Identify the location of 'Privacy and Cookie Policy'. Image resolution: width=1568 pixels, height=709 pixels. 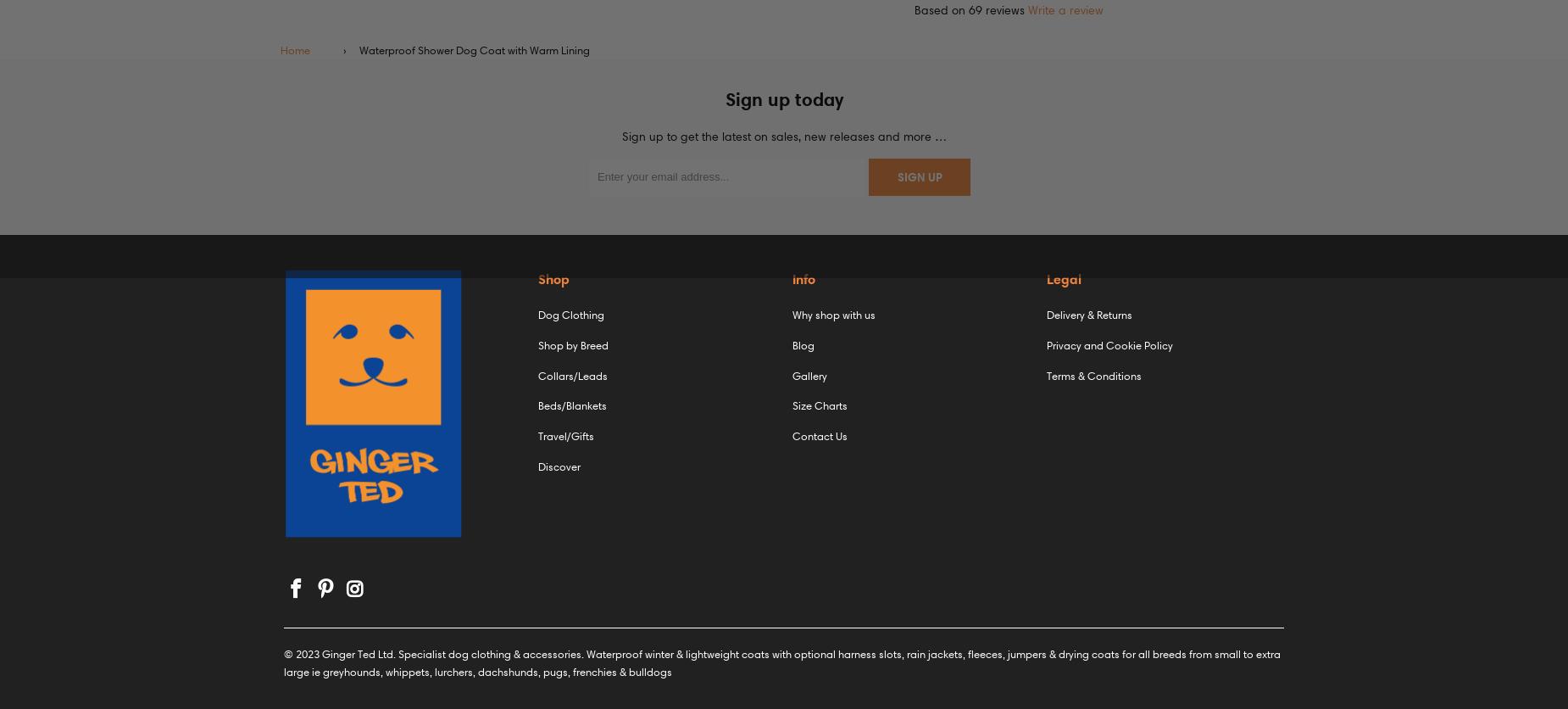
(1109, 343).